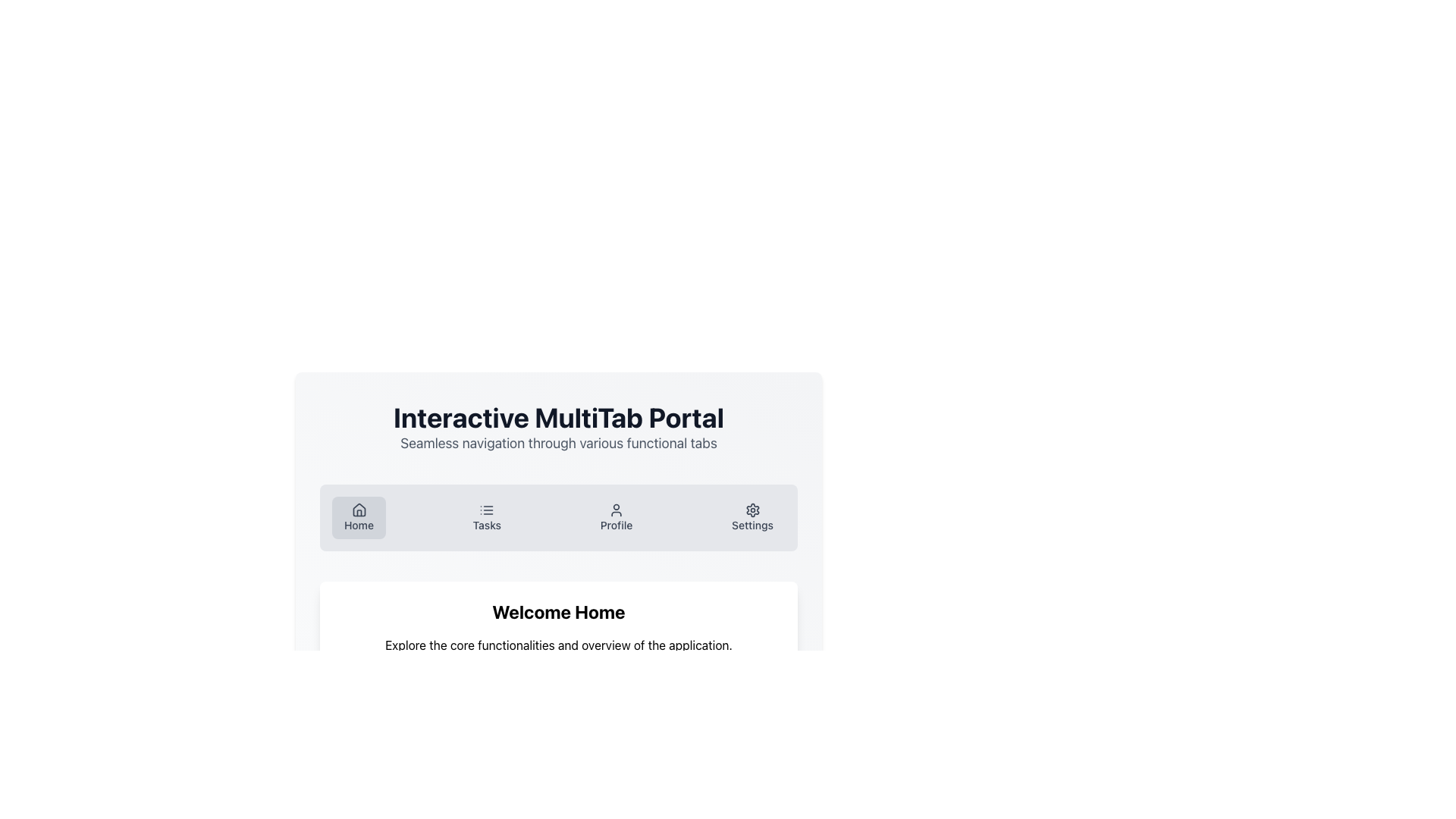  Describe the element at coordinates (358, 516) in the screenshot. I see `the 'Home' button, which is a rectangular button with rounded corners, gray background, and displays a house icon above the text label 'Home'` at that location.